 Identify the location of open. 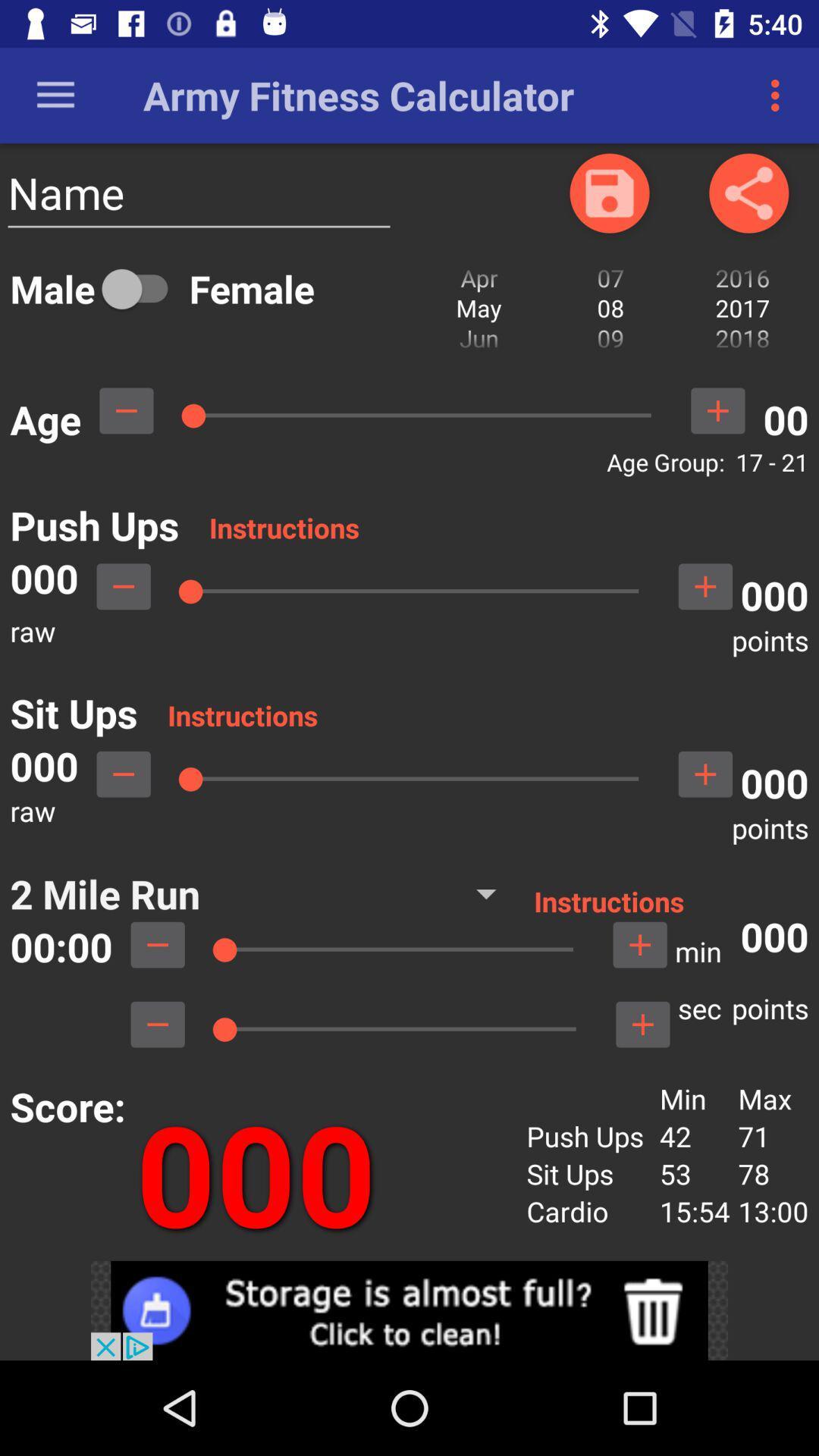
(409, 1310).